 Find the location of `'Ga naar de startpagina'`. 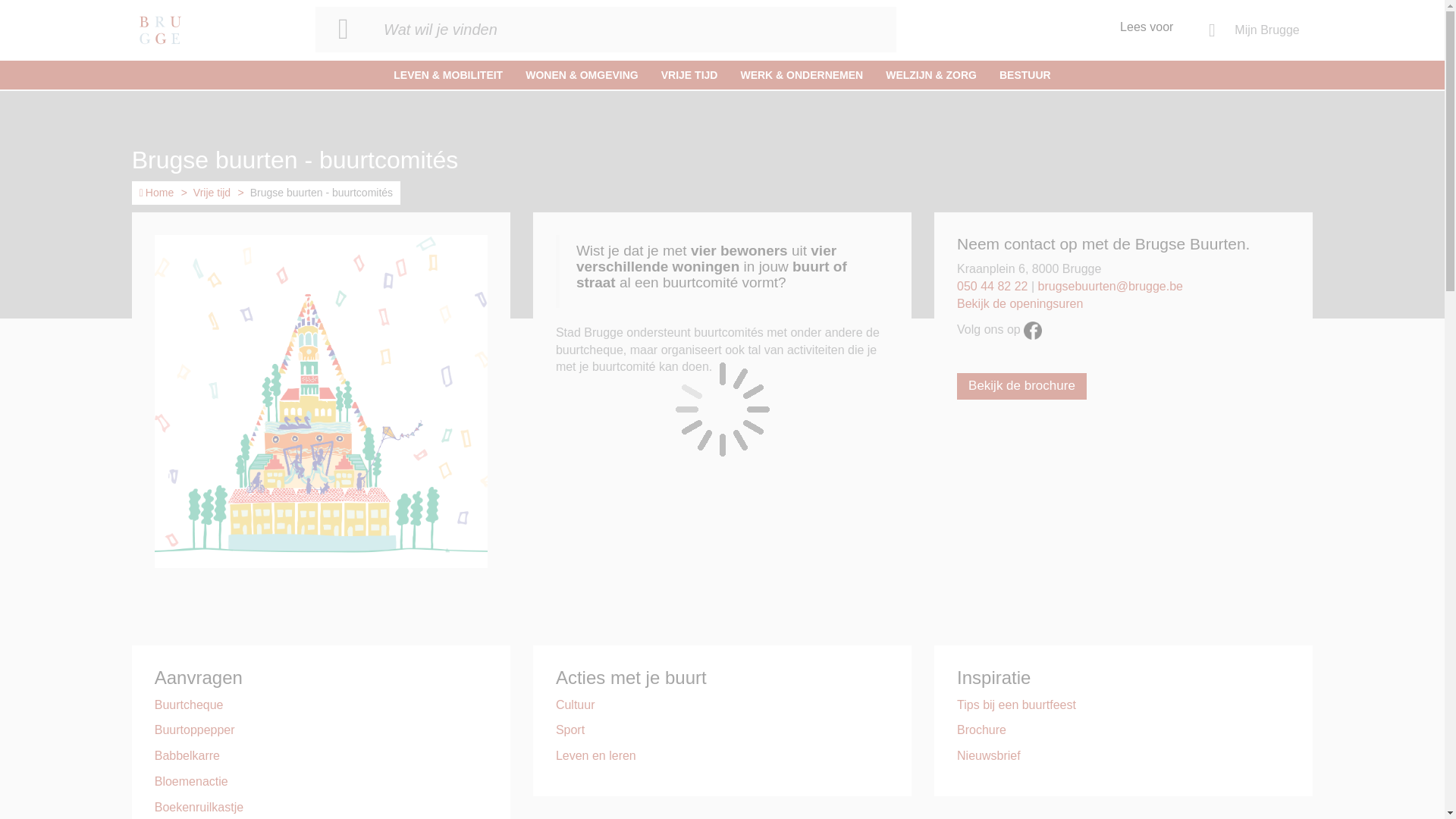

'Ga naar de startpagina' is located at coordinates (160, 30).